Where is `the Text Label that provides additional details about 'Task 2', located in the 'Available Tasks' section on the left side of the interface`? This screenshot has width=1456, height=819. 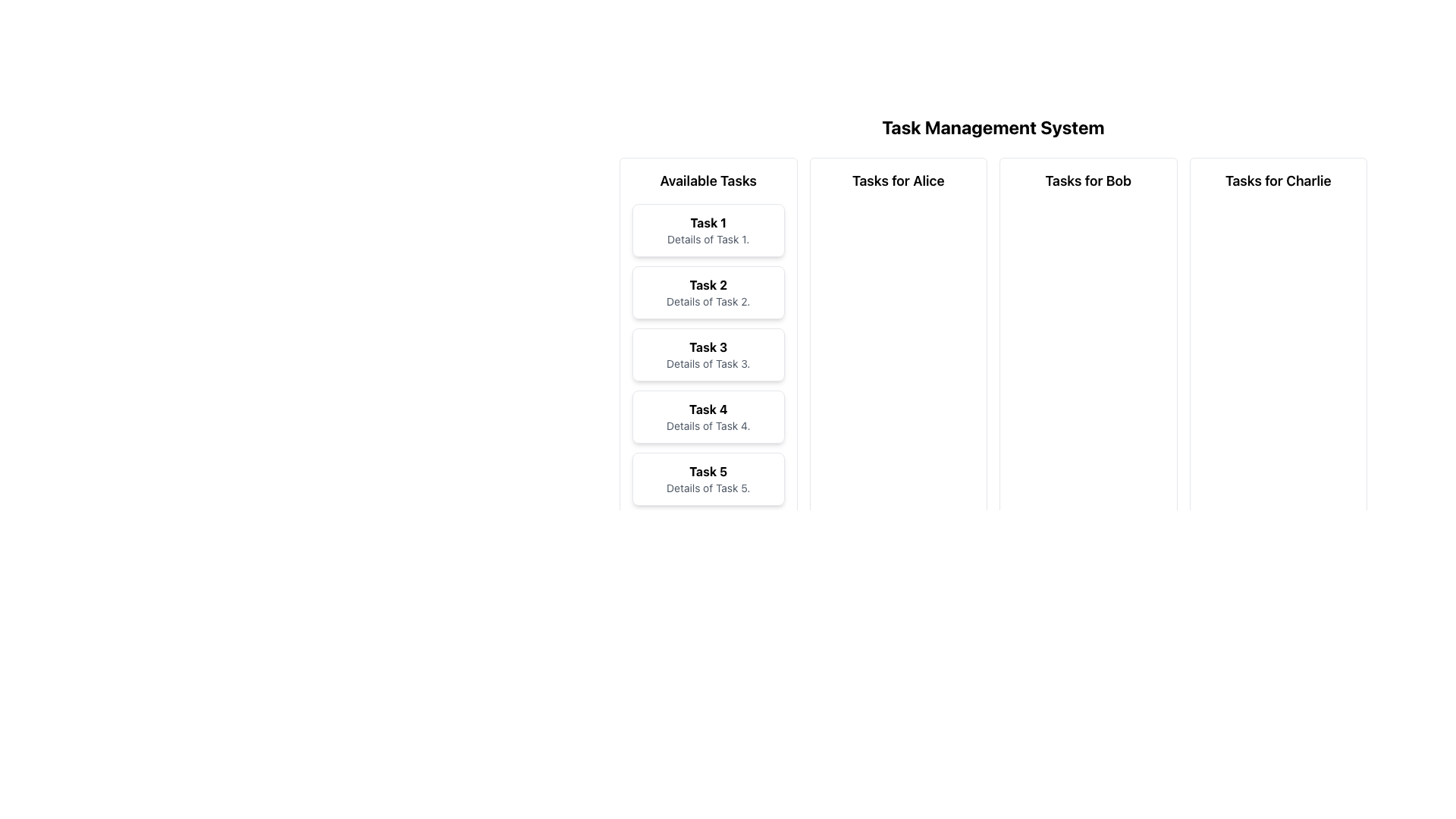 the Text Label that provides additional details about 'Task 2', located in the 'Available Tasks' section on the left side of the interface is located at coordinates (708, 301).